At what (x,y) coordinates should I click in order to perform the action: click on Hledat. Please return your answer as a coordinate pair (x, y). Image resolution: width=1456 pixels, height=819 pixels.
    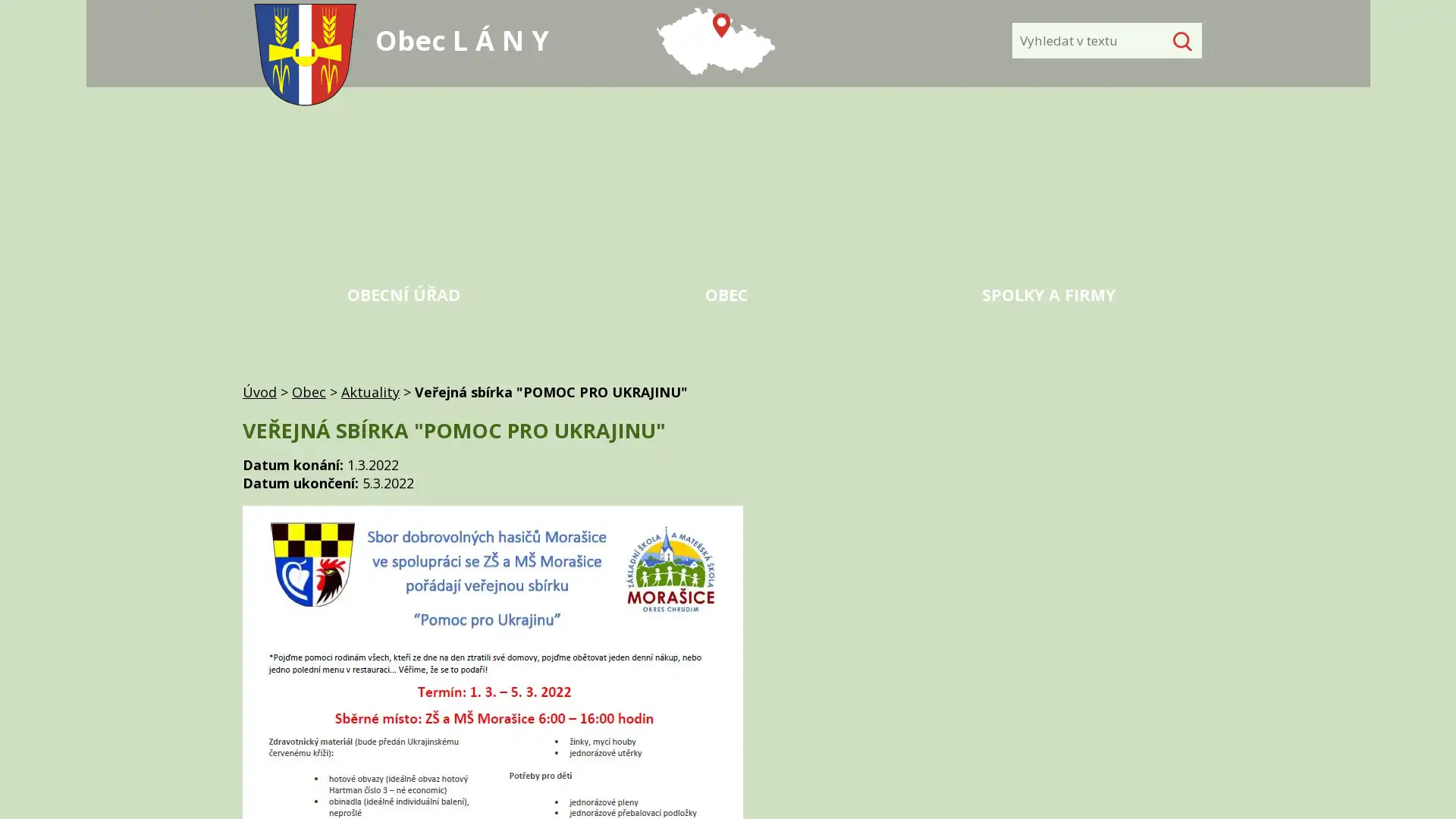
    Looking at the image, I should click on (1178, 40).